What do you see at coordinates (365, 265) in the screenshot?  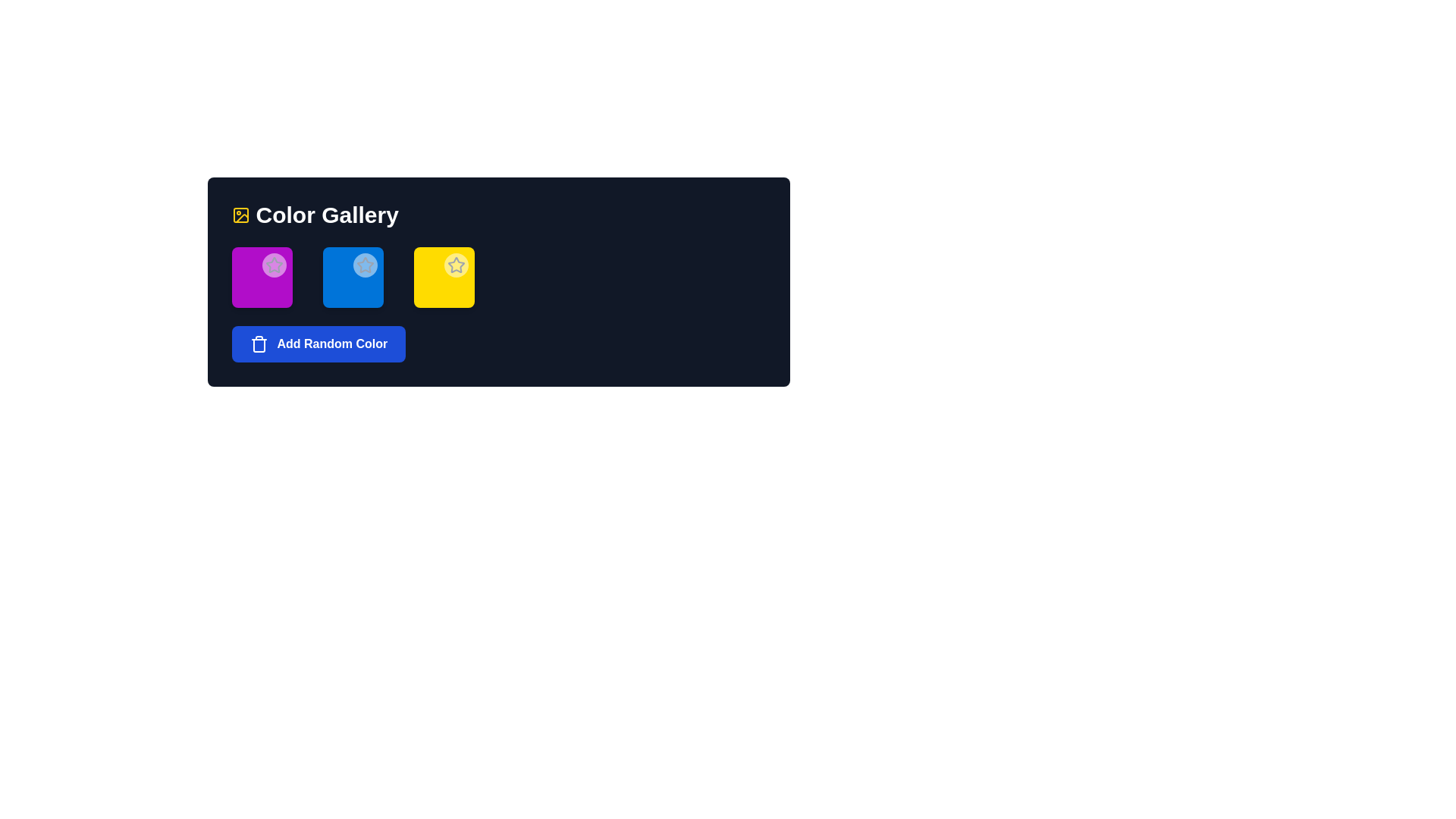 I see `the favorite button located in the top-right corner of the blue square section` at bounding box center [365, 265].